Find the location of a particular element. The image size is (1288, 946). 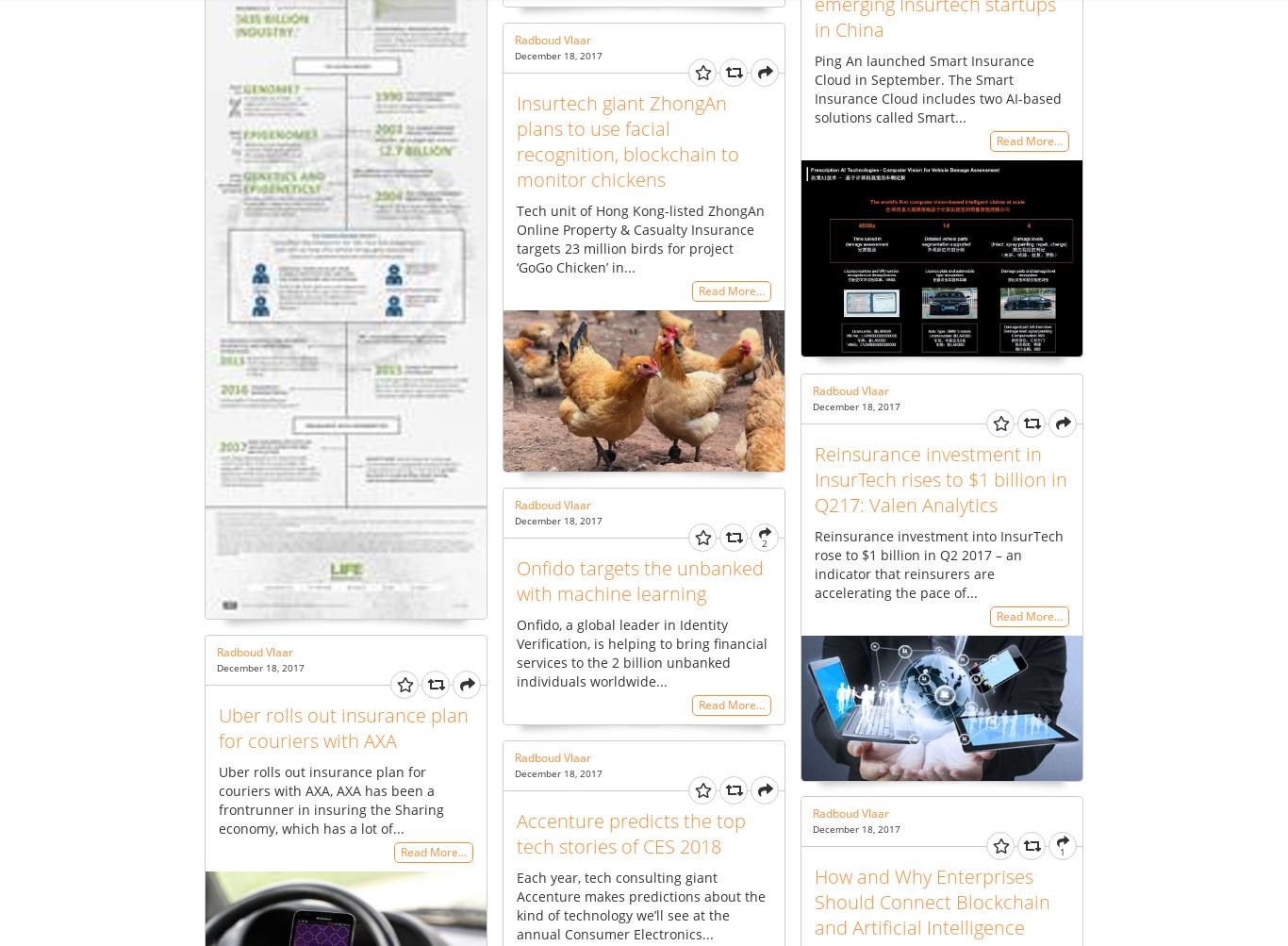

'Uber rolls out insurance plan for couriers with AXA' is located at coordinates (218, 726).